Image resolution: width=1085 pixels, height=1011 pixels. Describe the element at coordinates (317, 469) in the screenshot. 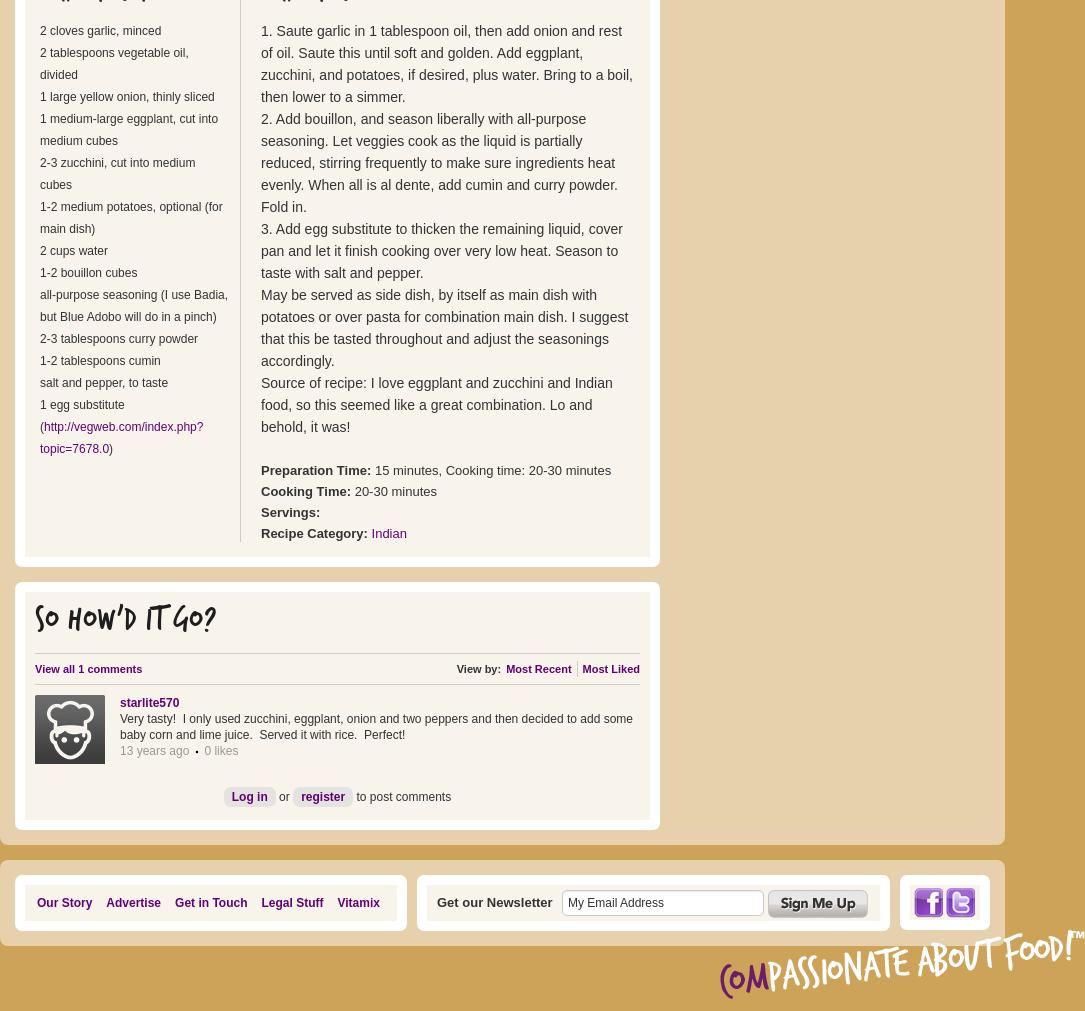

I see `'Preparation Time:'` at that location.